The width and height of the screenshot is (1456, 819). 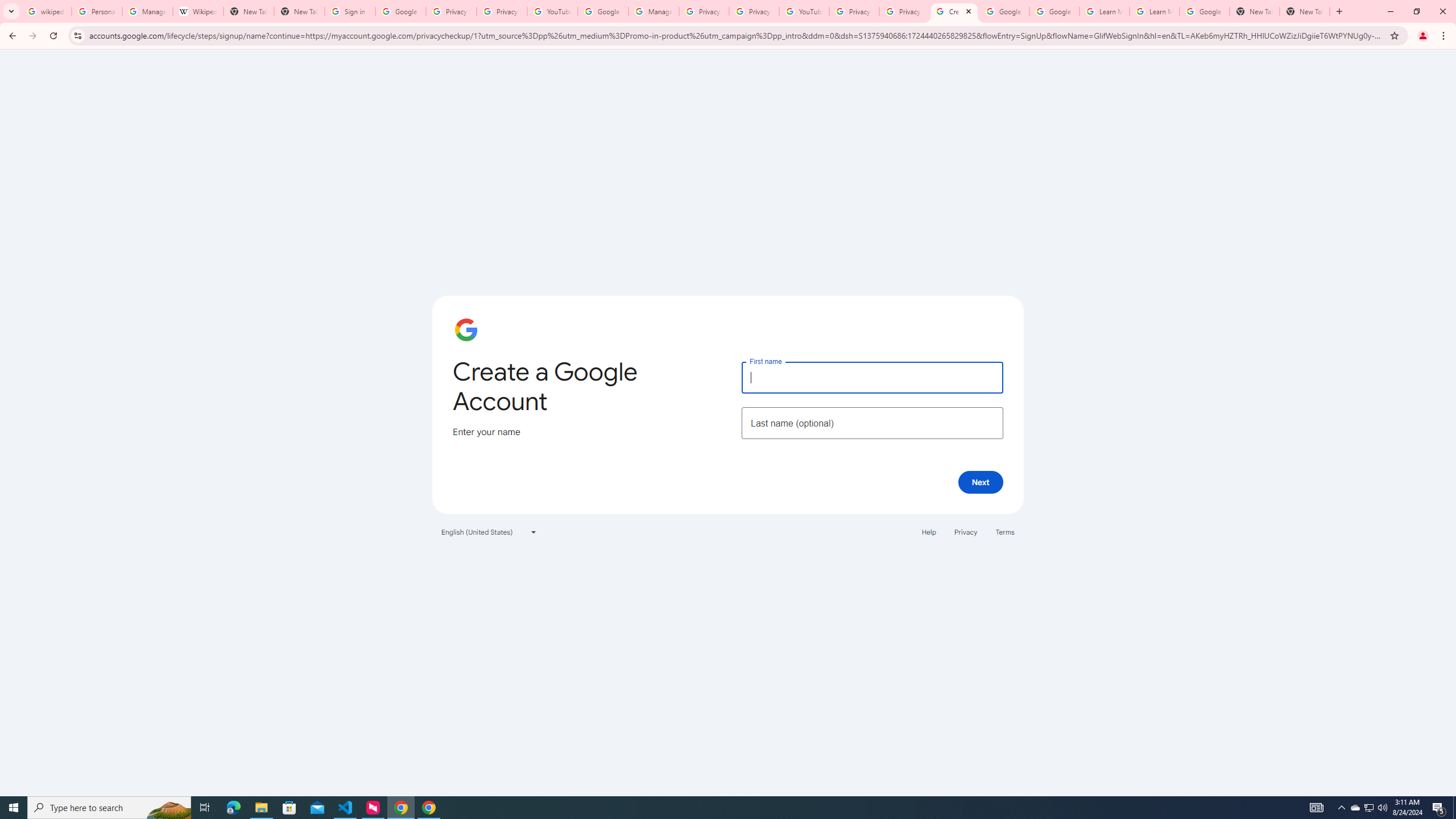 What do you see at coordinates (146, 11) in the screenshot?
I see `'Manage your Location History - Google Search Help'` at bounding box center [146, 11].